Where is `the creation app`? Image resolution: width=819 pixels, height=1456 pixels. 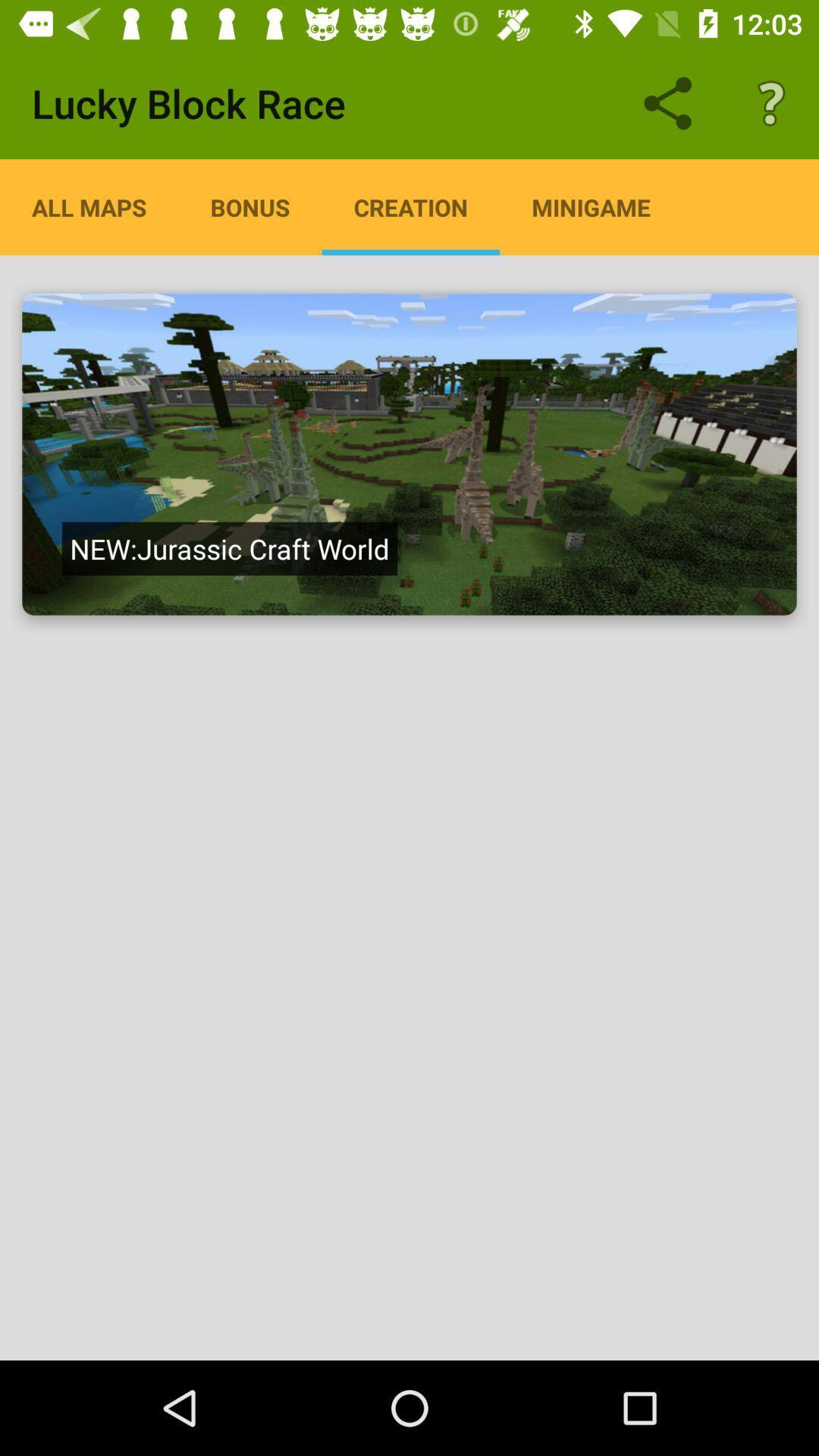
the creation app is located at coordinates (410, 206).